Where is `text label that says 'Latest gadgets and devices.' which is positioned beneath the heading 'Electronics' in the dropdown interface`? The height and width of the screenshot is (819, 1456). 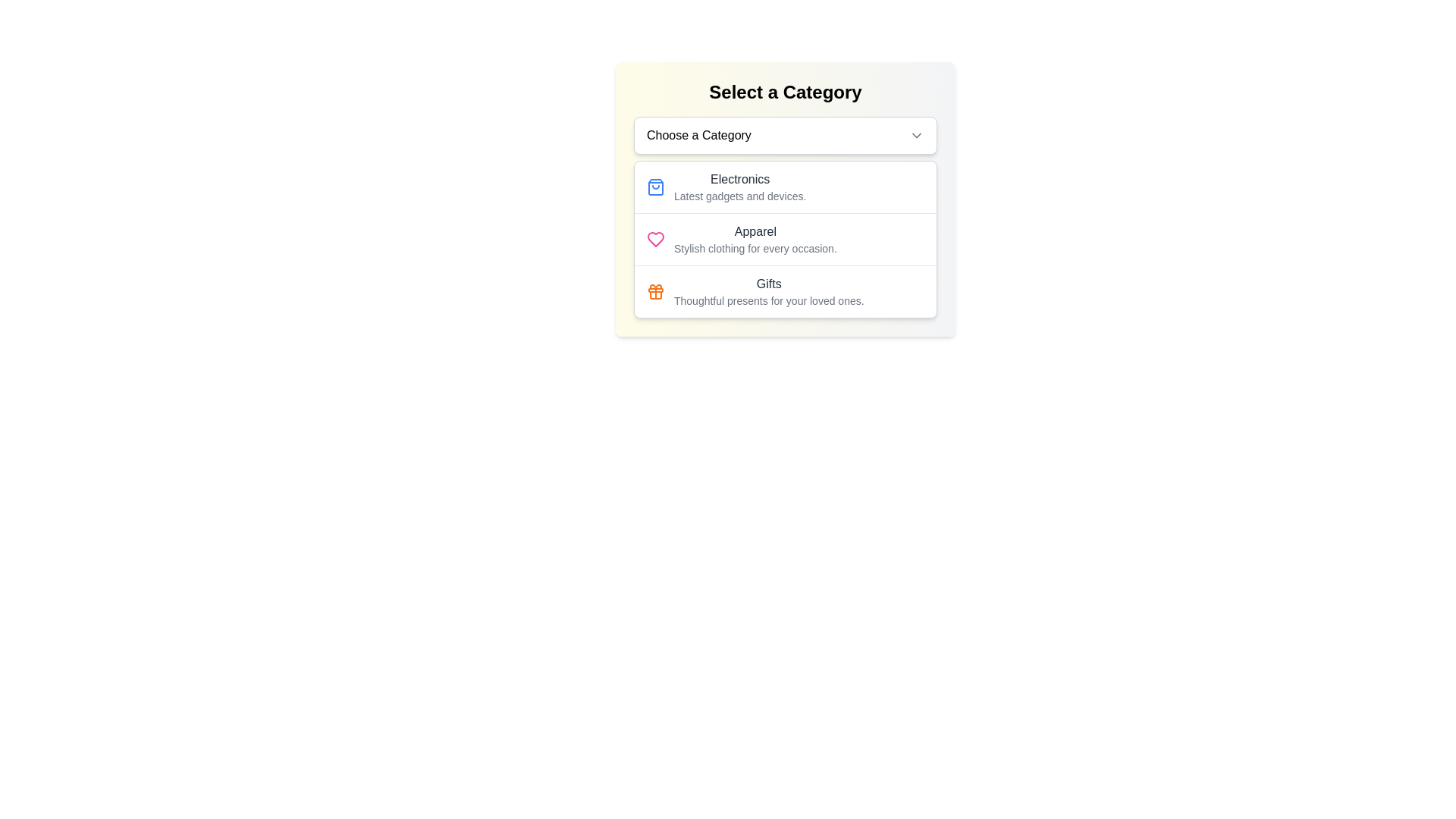 text label that says 'Latest gadgets and devices.' which is positioned beneath the heading 'Electronics' in the dropdown interface is located at coordinates (740, 195).